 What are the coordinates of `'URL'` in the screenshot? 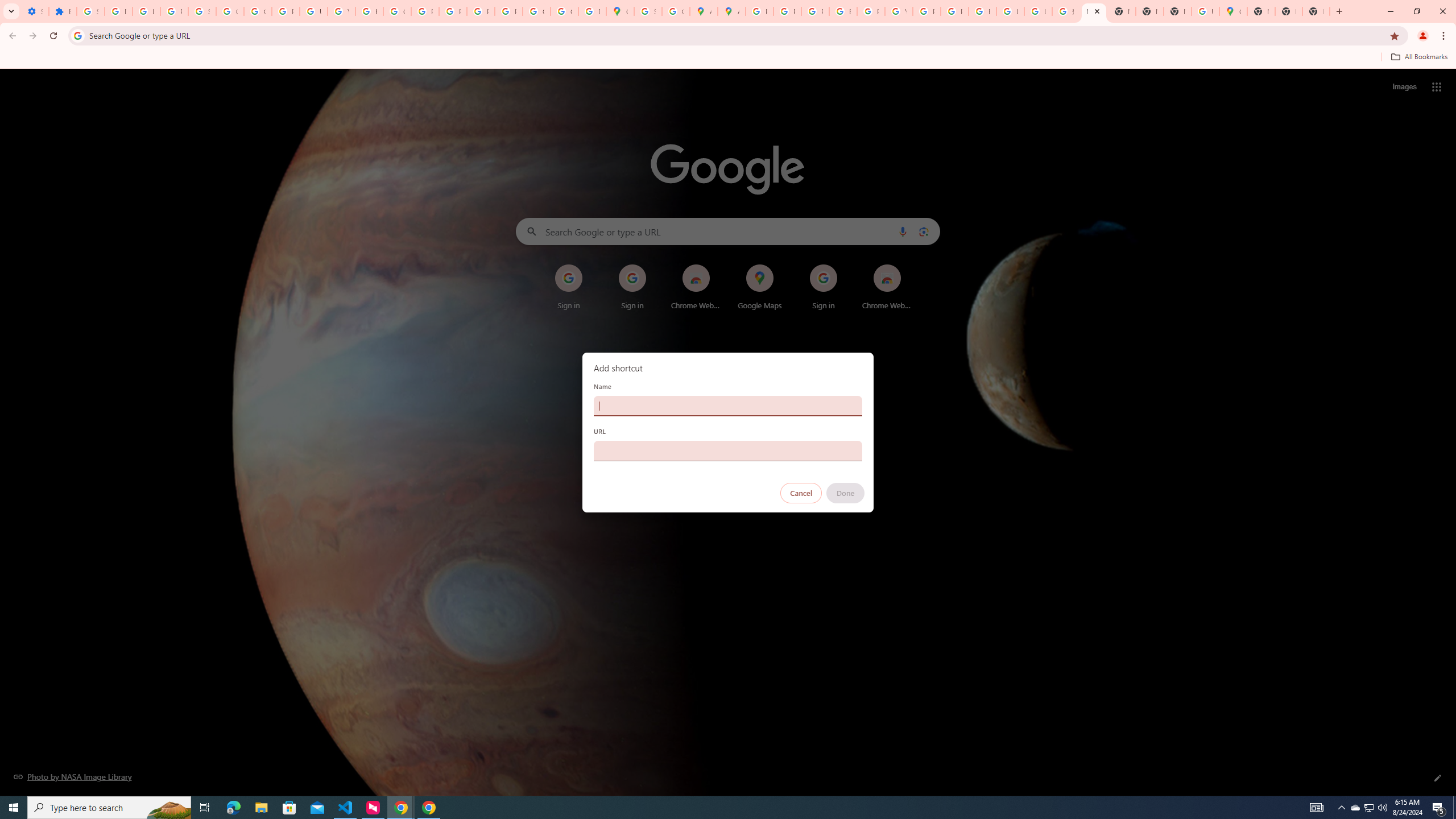 It's located at (728, 450).